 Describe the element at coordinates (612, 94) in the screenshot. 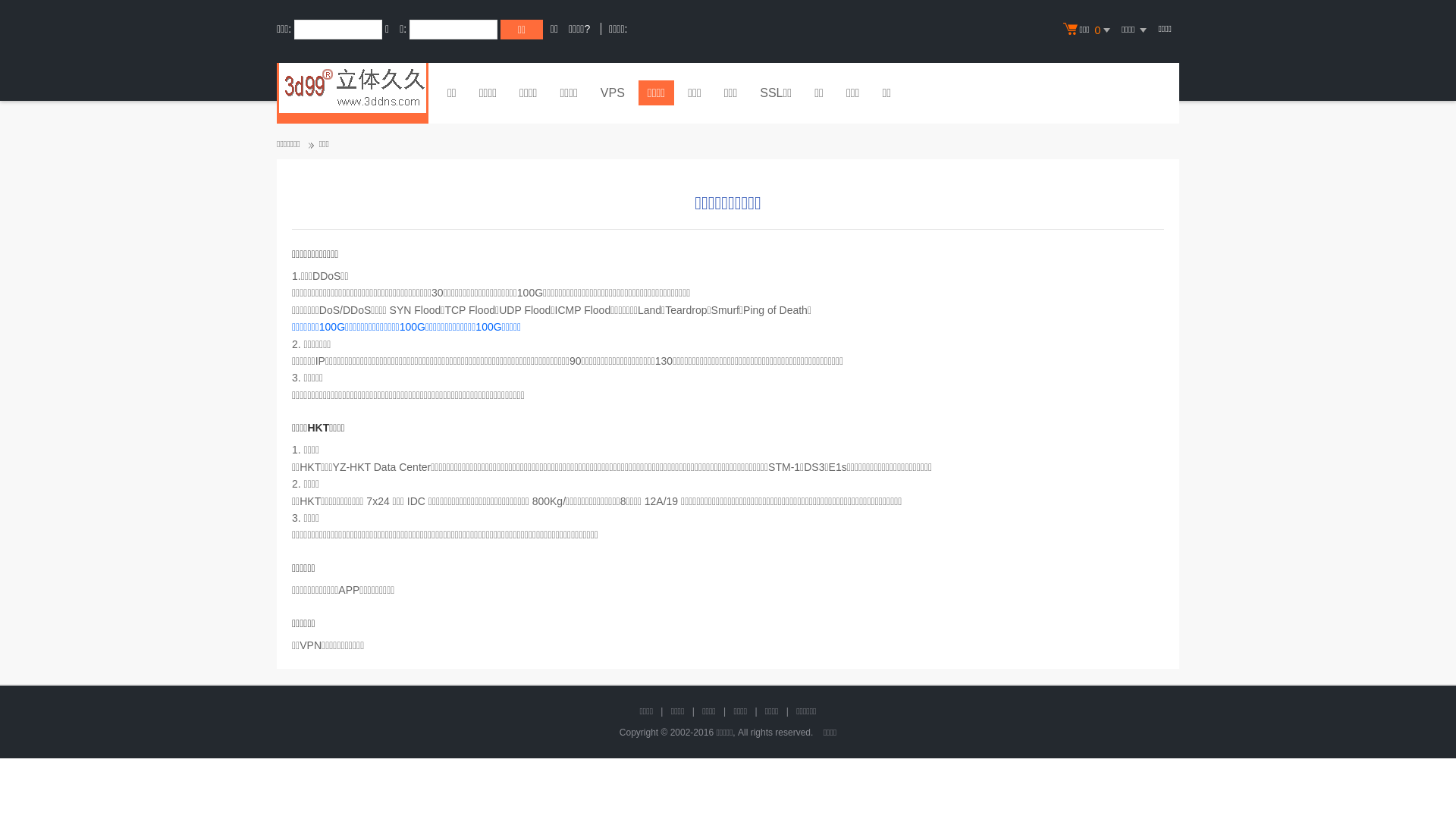

I see `'VPS'` at that location.